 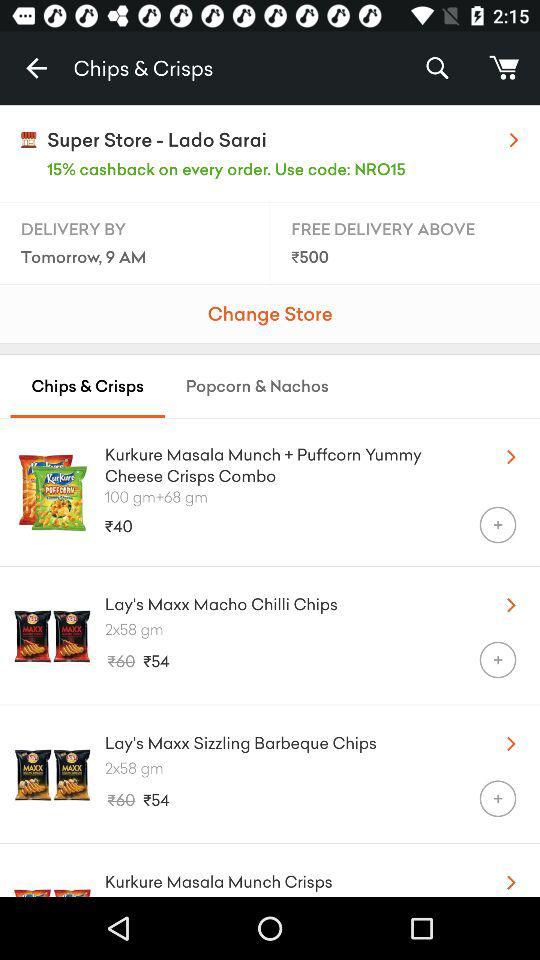 What do you see at coordinates (496, 659) in the screenshot?
I see `the item below the 2x58 gm icon` at bounding box center [496, 659].